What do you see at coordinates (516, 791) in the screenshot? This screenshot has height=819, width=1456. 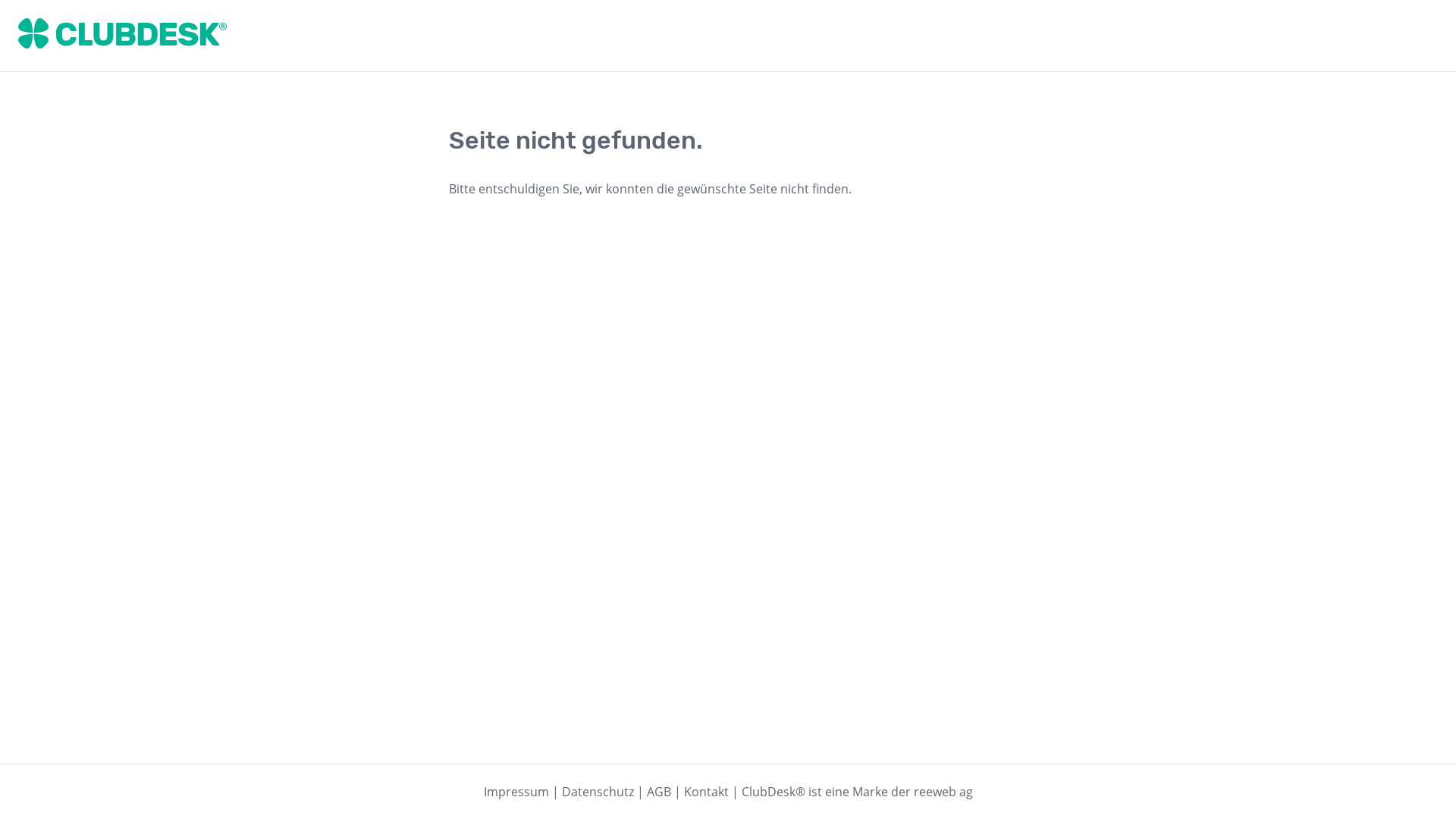 I see `'Impressum'` at bounding box center [516, 791].